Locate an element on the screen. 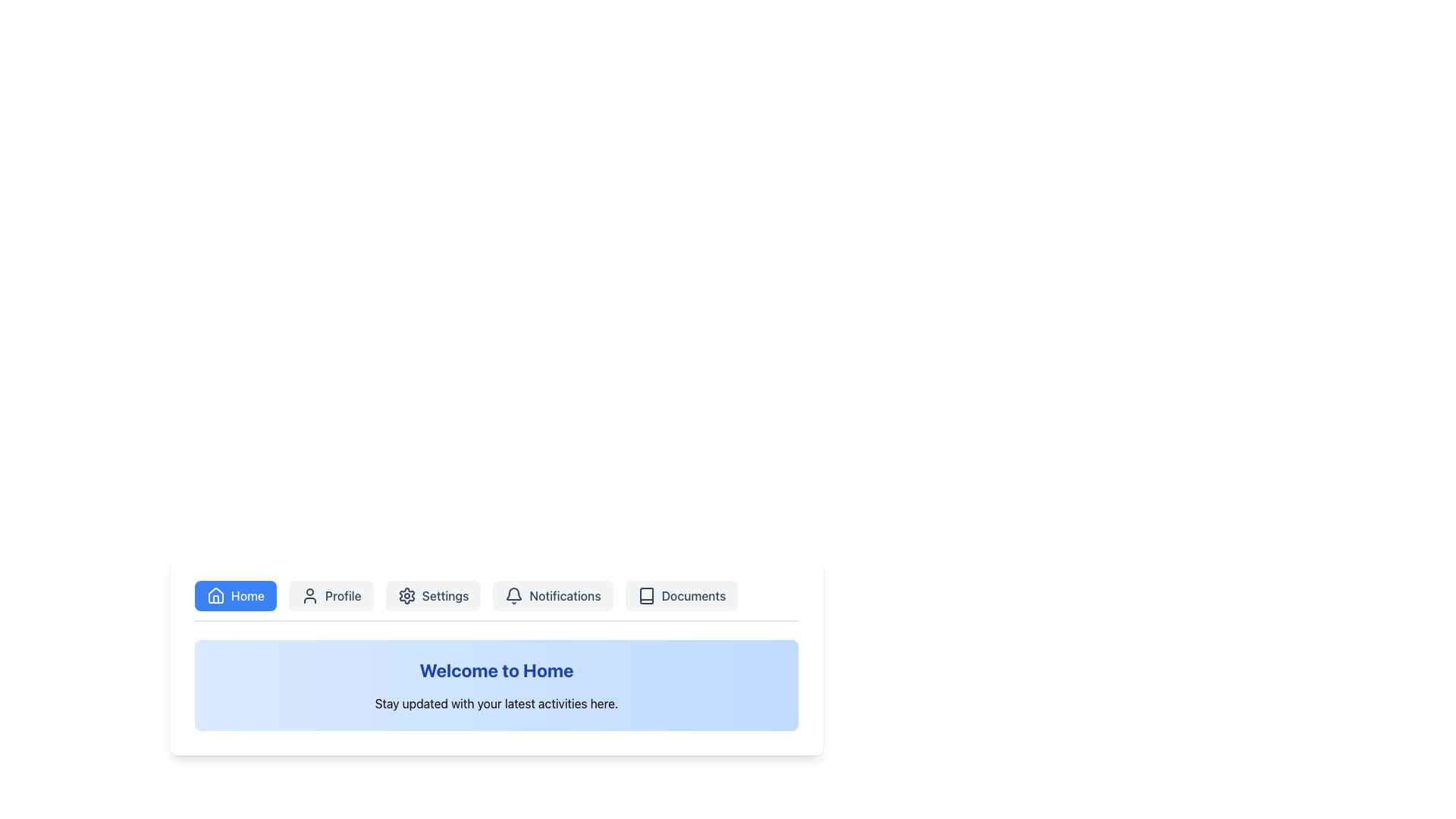 The height and width of the screenshot is (819, 1456). the 'Notifications' button, which is the fourth button in the horizontal navigation bar is located at coordinates (552, 595).